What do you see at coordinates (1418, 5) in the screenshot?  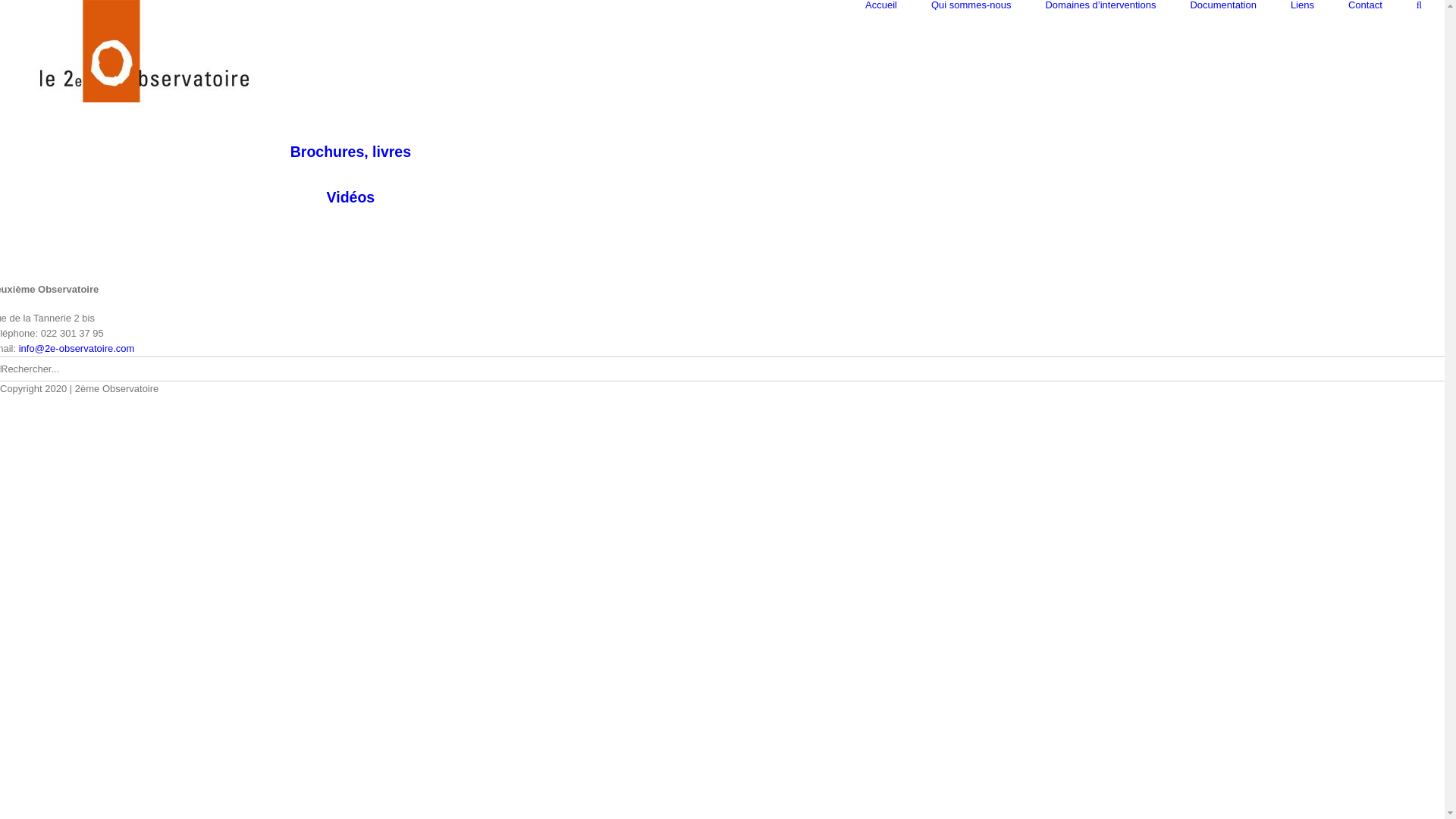 I see `'Recherche'` at bounding box center [1418, 5].